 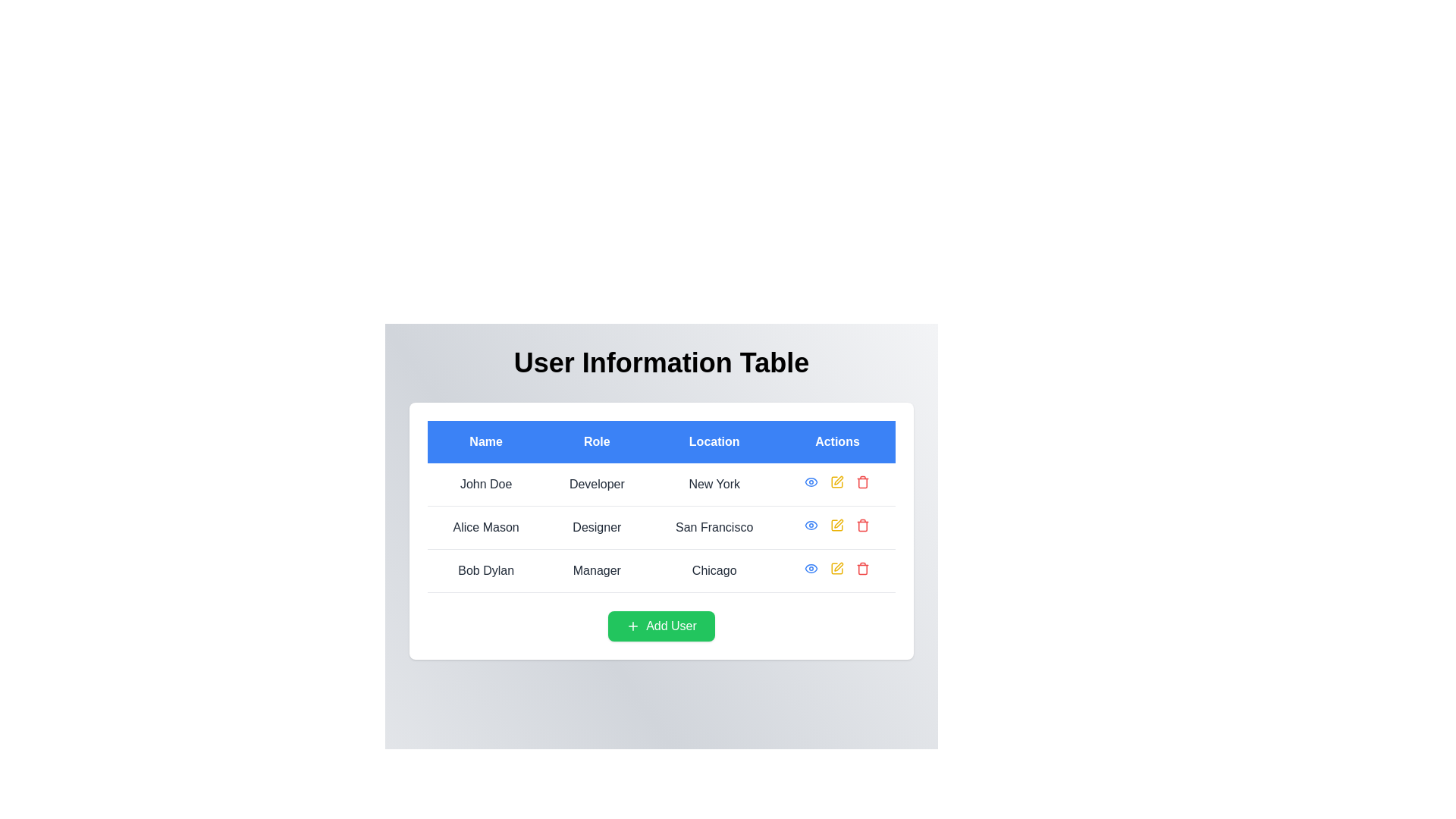 I want to click on the unique button located below the user information table to trigger its hover state, so click(x=661, y=626).